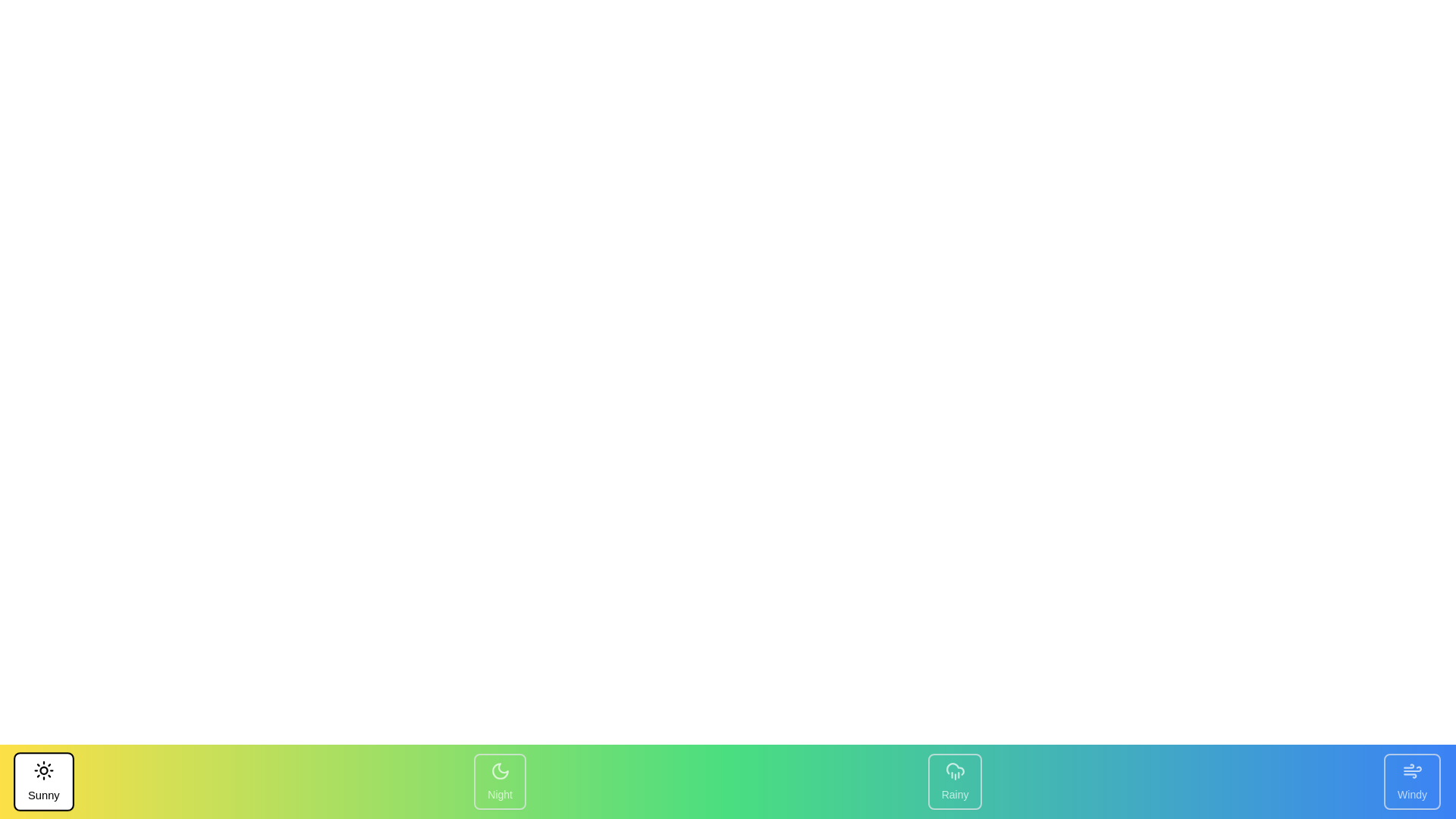  I want to click on the tab corresponding to the selected weather condition Rainy, so click(954, 781).